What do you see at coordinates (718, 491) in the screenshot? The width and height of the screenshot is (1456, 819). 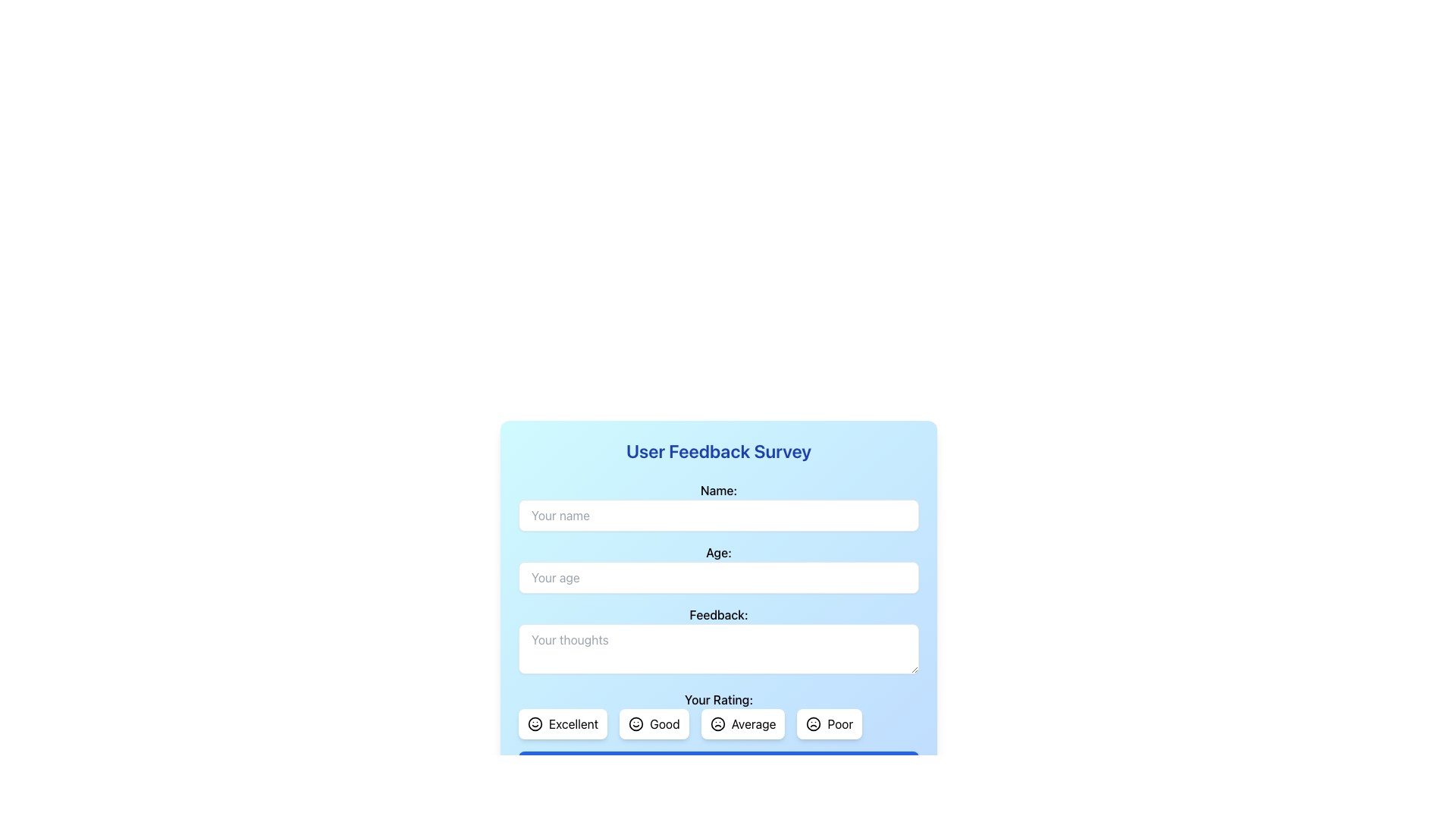 I see `the label that provides a title for the input field where users can enter their name, positioned above the input field labeled 'Your name'` at bounding box center [718, 491].